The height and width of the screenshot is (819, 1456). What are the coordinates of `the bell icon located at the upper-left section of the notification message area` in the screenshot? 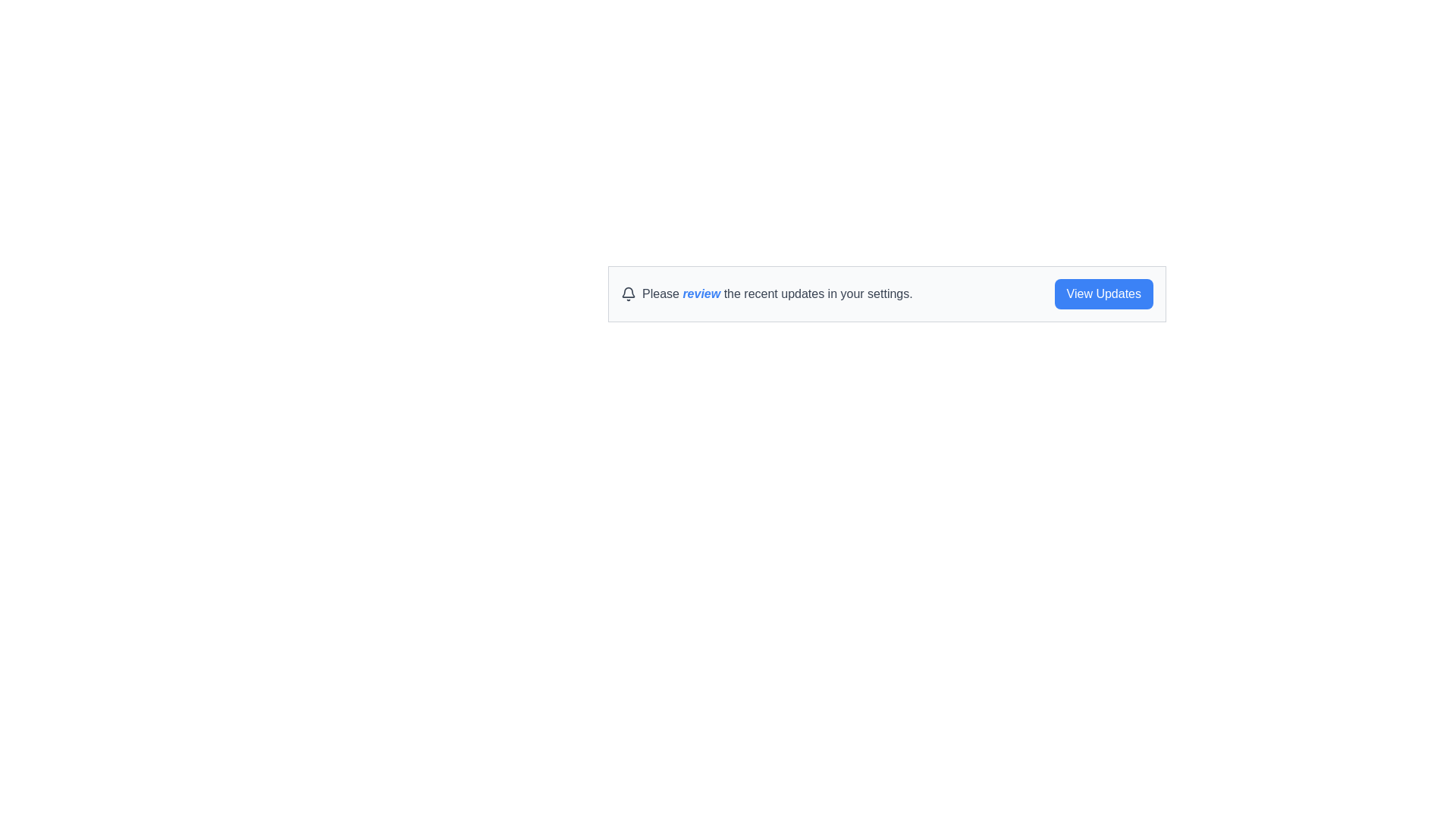 It's located at (629, 294).